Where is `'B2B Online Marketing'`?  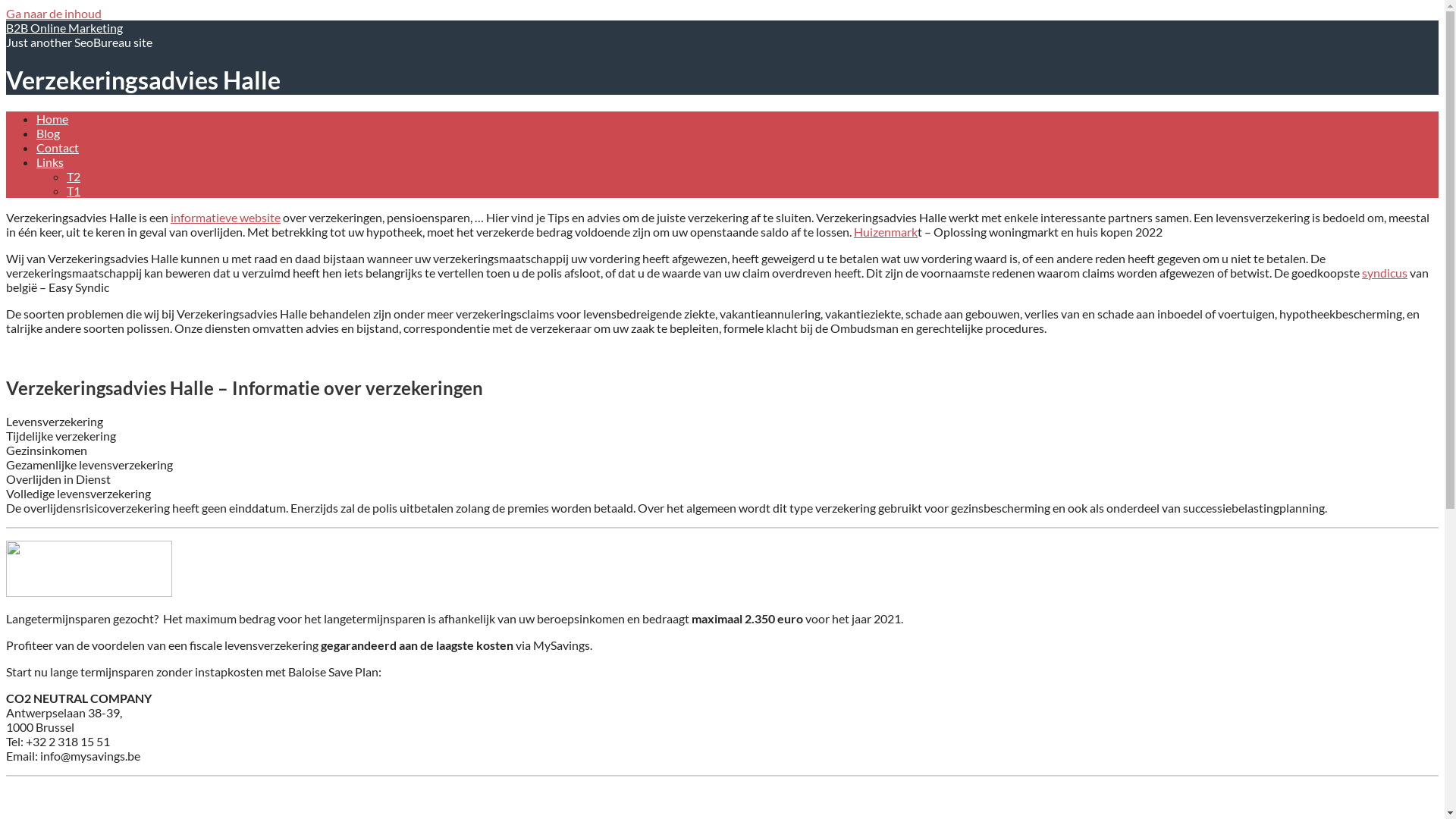
'B2B Online Marketing' is located at coordinates (6, 27).